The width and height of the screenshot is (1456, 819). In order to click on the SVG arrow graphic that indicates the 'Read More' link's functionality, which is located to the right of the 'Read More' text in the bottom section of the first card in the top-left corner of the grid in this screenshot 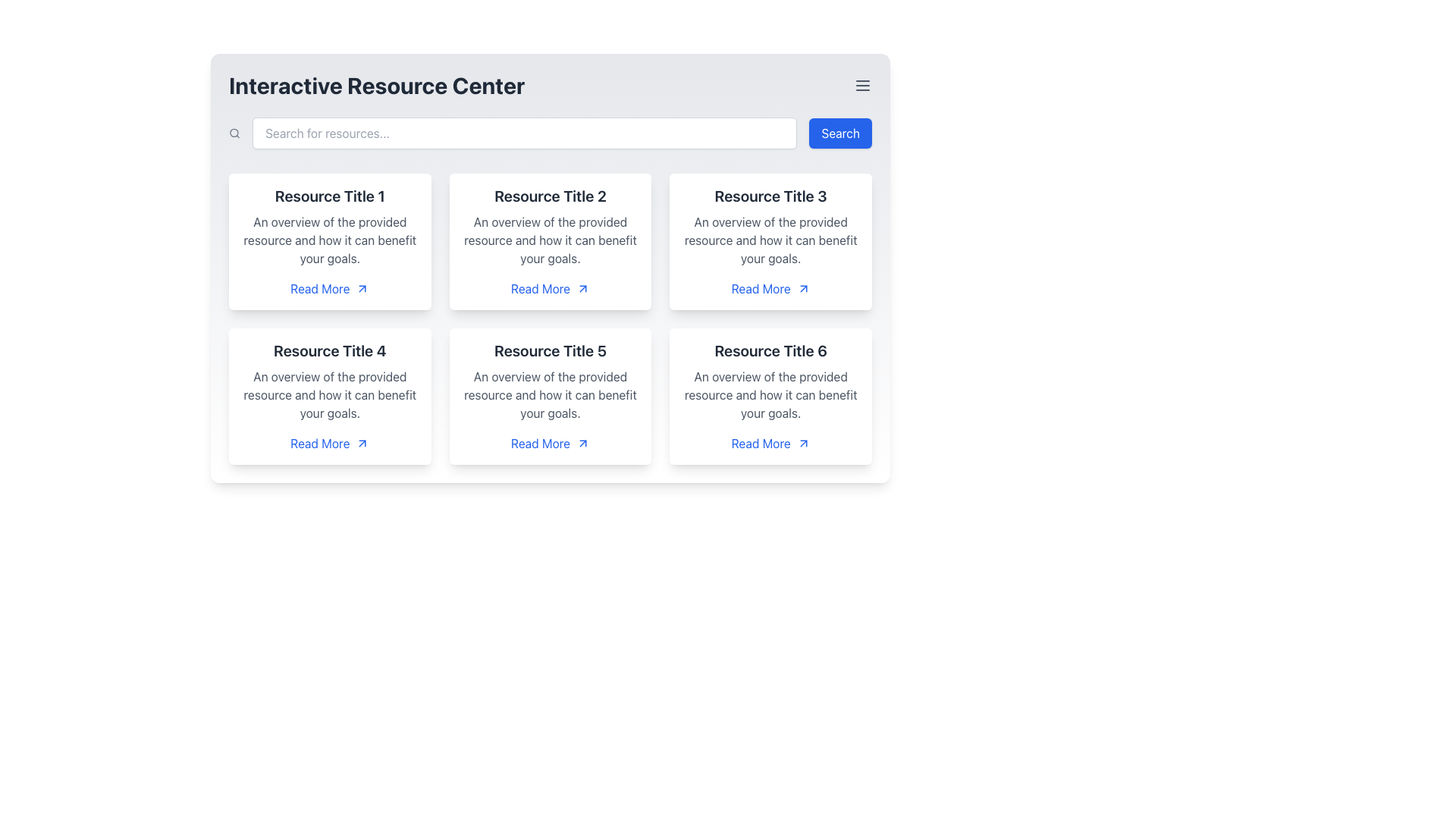, I will do `click(362, 289)`.